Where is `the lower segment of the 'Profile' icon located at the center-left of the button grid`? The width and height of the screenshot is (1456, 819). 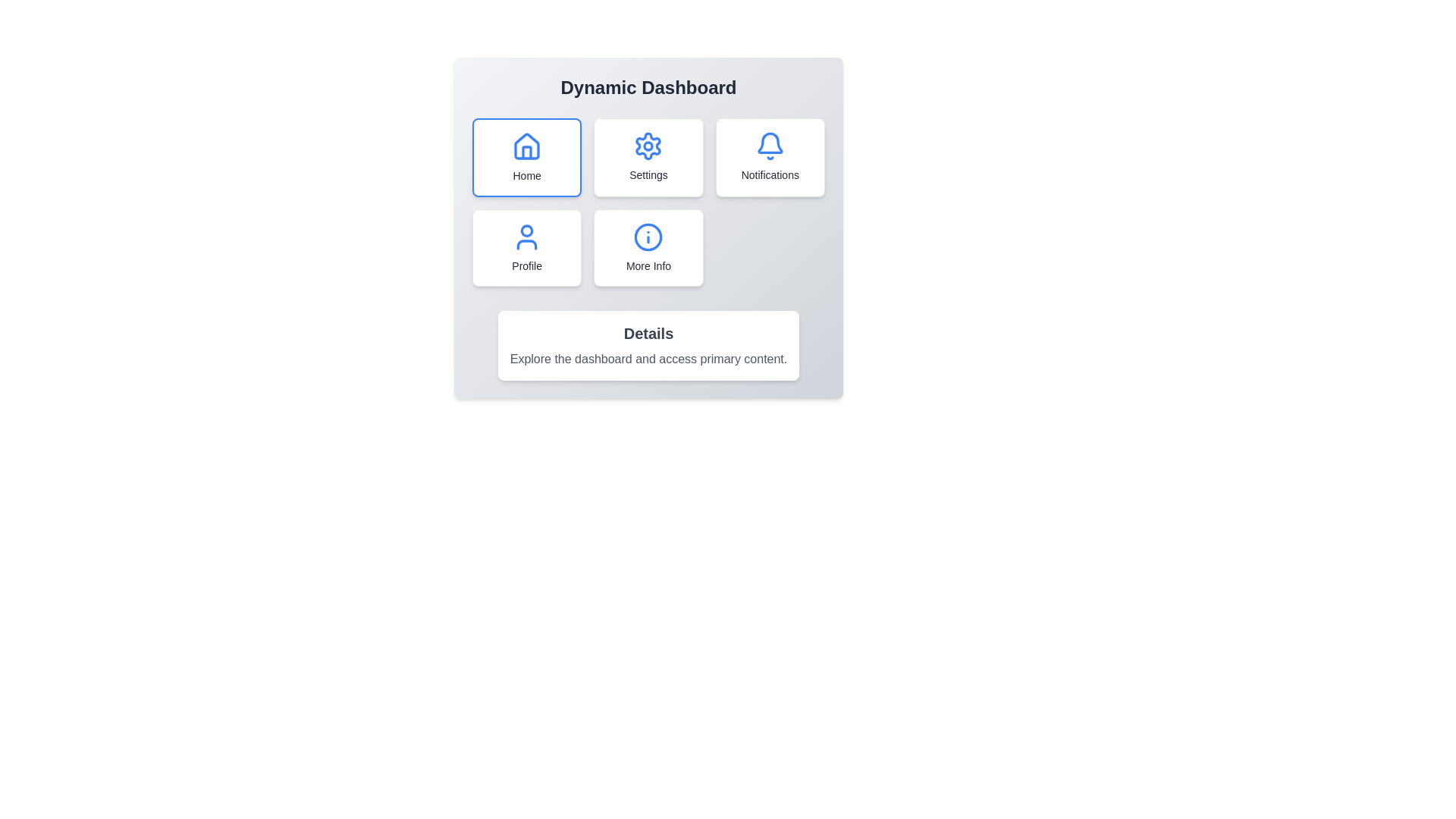
the lower segment of the 'Profile' icon located at the center-left of the button grid is located at coordinates (527, 244).